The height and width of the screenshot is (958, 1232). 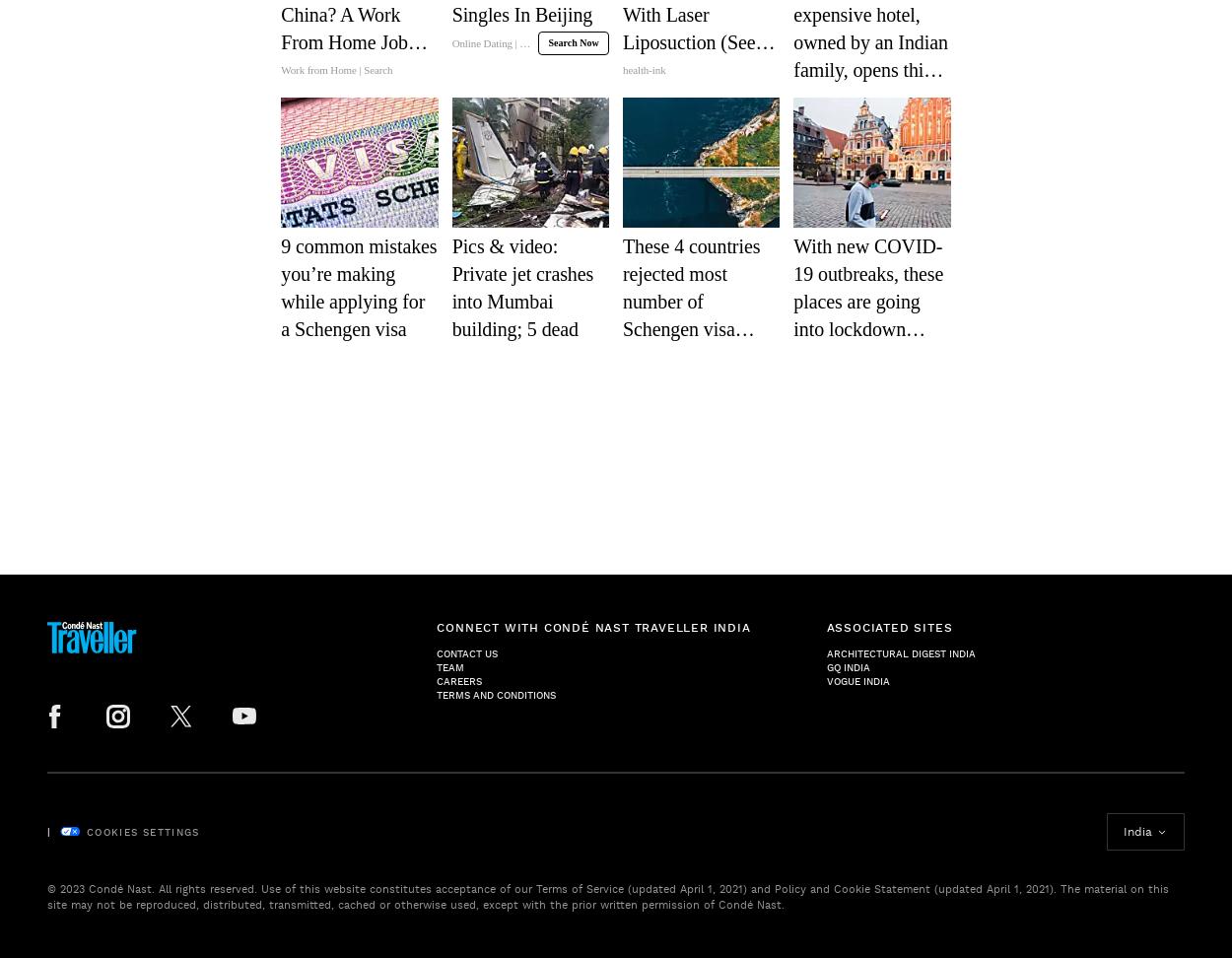 What do you see at coordinates (900, 653) in the screenshot?
I see `'Architectural Digest India'` at bounding box center [900, 653].